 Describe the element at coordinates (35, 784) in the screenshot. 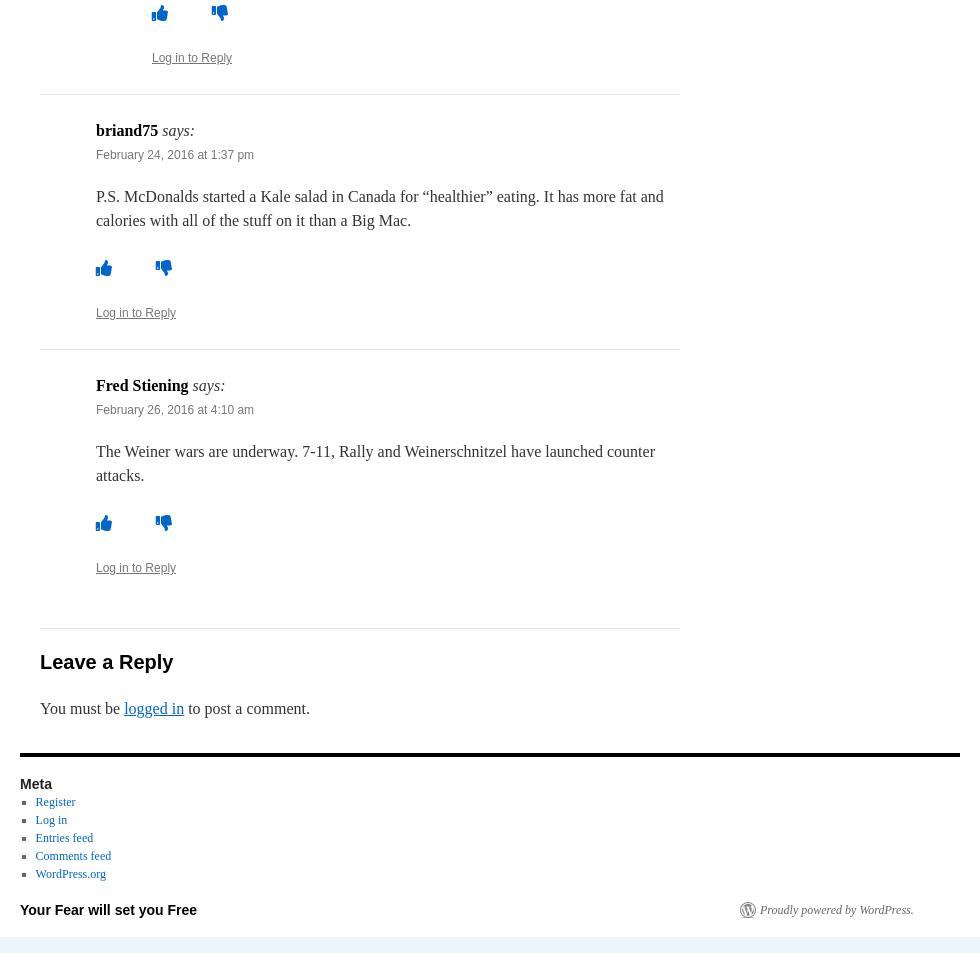

I see `'Meta'` at that location.